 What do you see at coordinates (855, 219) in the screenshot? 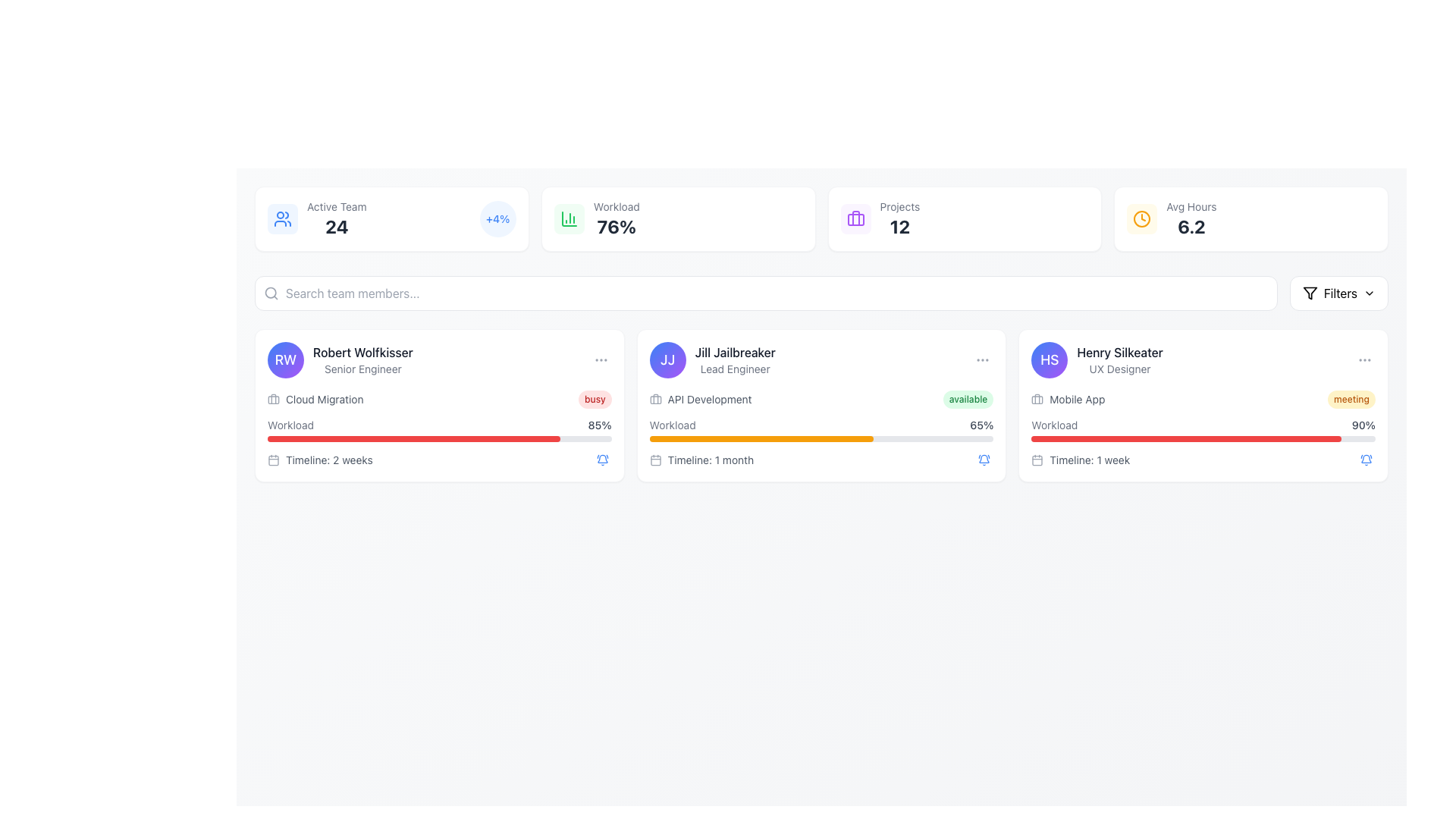
I see `the briefcase icon located in the top-left area of the 'Active Team' statistics card` at bounding box center [855, 219].